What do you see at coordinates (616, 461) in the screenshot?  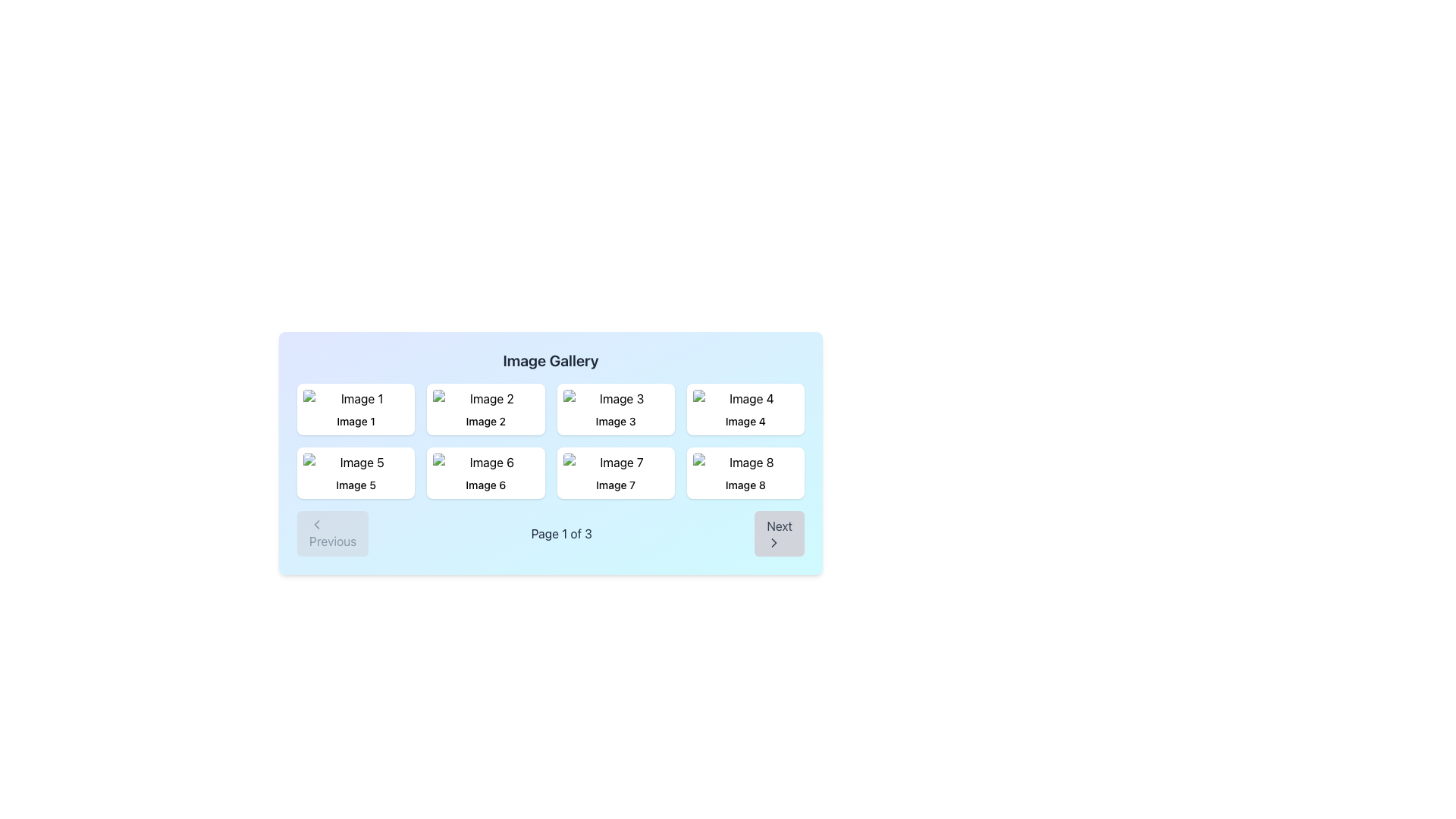 I see `the image placeholder in the third row, second column of the gallery` at bounding box center [616, 461].